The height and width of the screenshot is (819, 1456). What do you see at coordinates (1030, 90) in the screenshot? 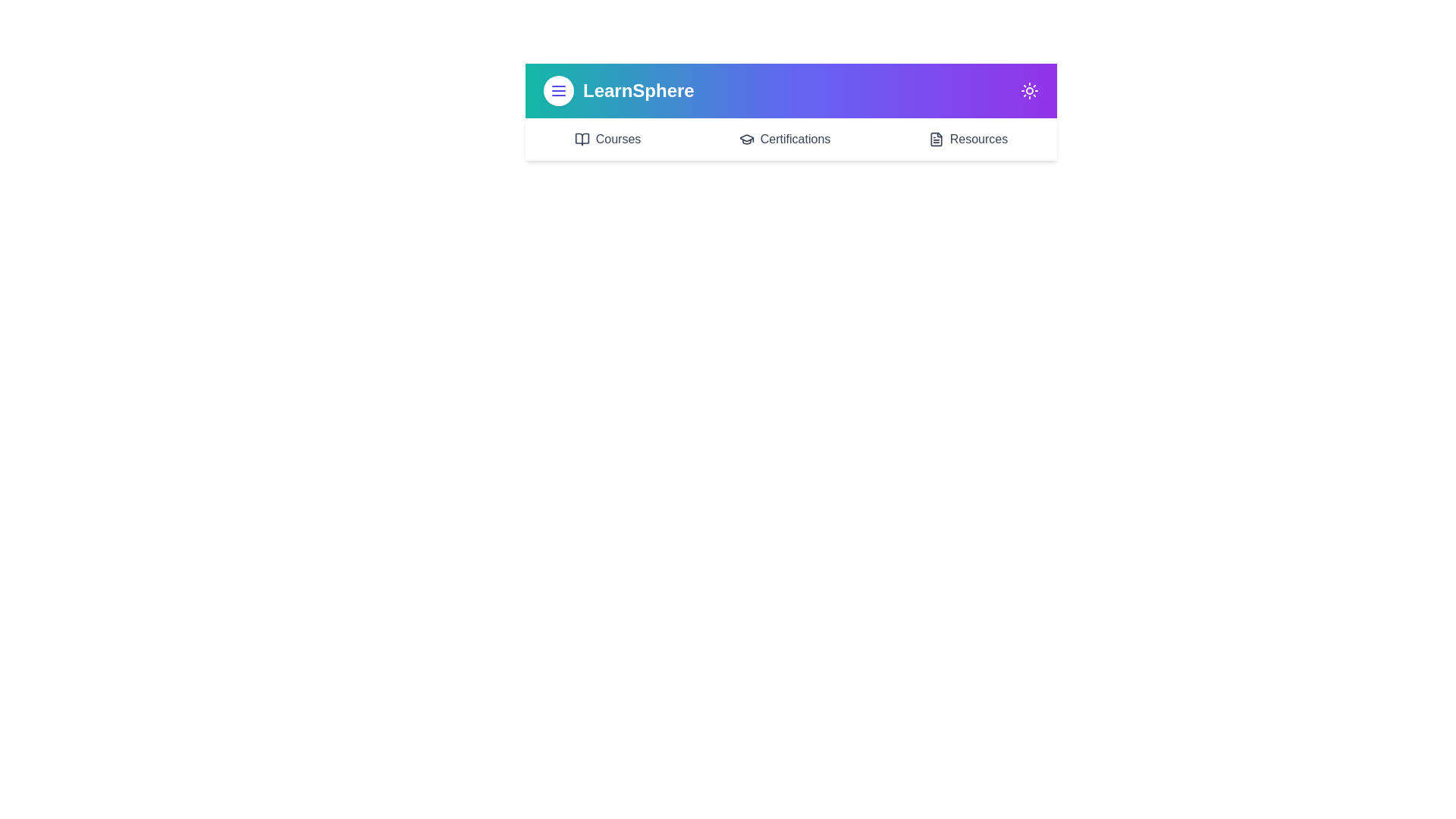
I see `the sun icon to toggle the theme` at bounding box center [1030, 90].